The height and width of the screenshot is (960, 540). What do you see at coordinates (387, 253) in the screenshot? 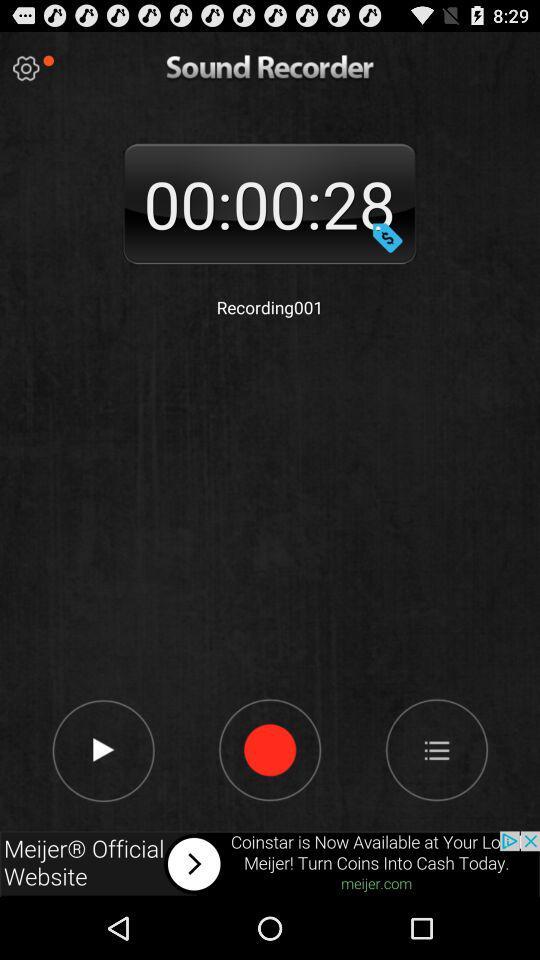
I see `the label icon` at bounding box center [387, 253].